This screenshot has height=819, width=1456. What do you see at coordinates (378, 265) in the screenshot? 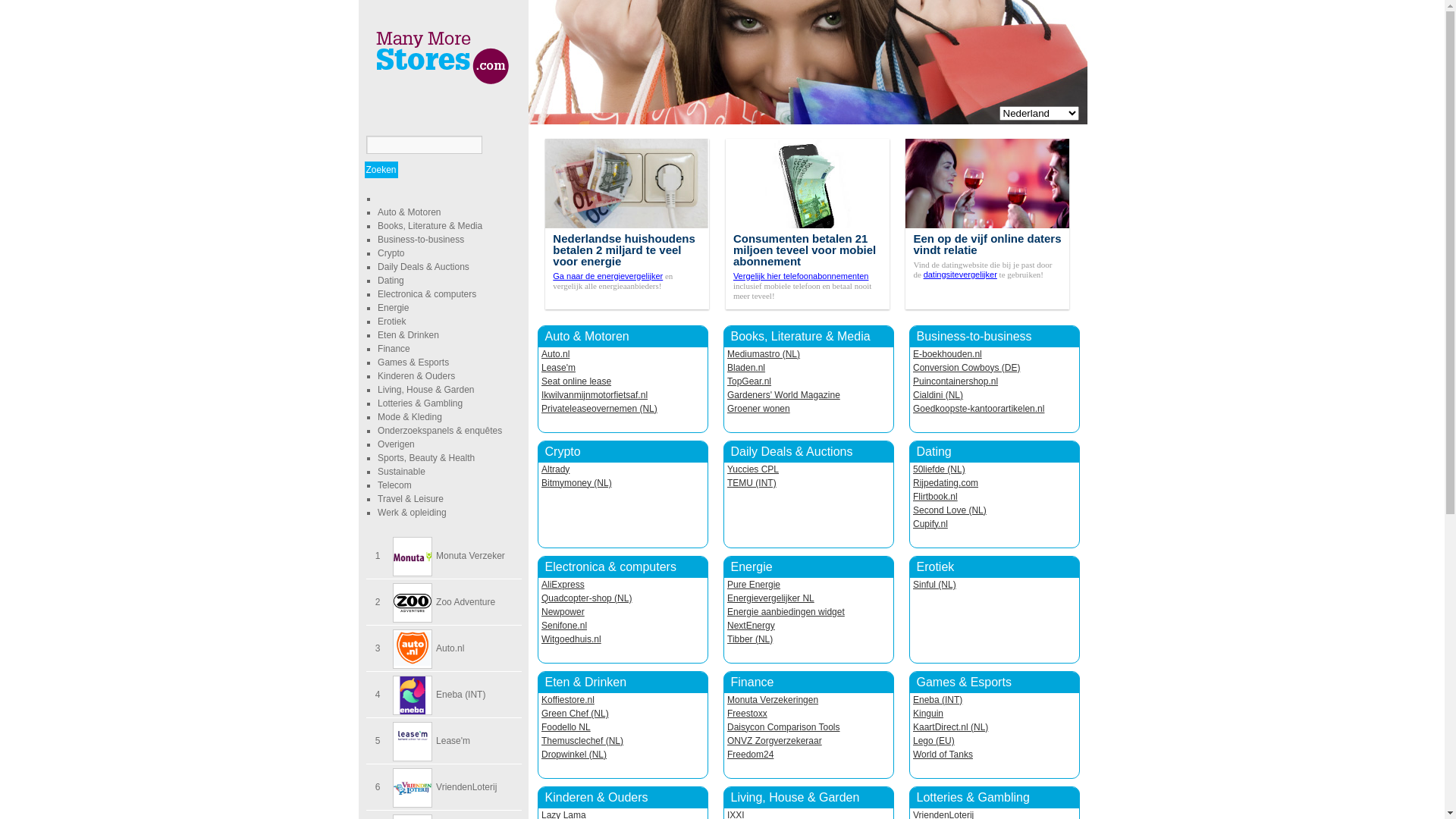
I see `'Daily Deals & Auctions'` at bounding box center [378, 265].